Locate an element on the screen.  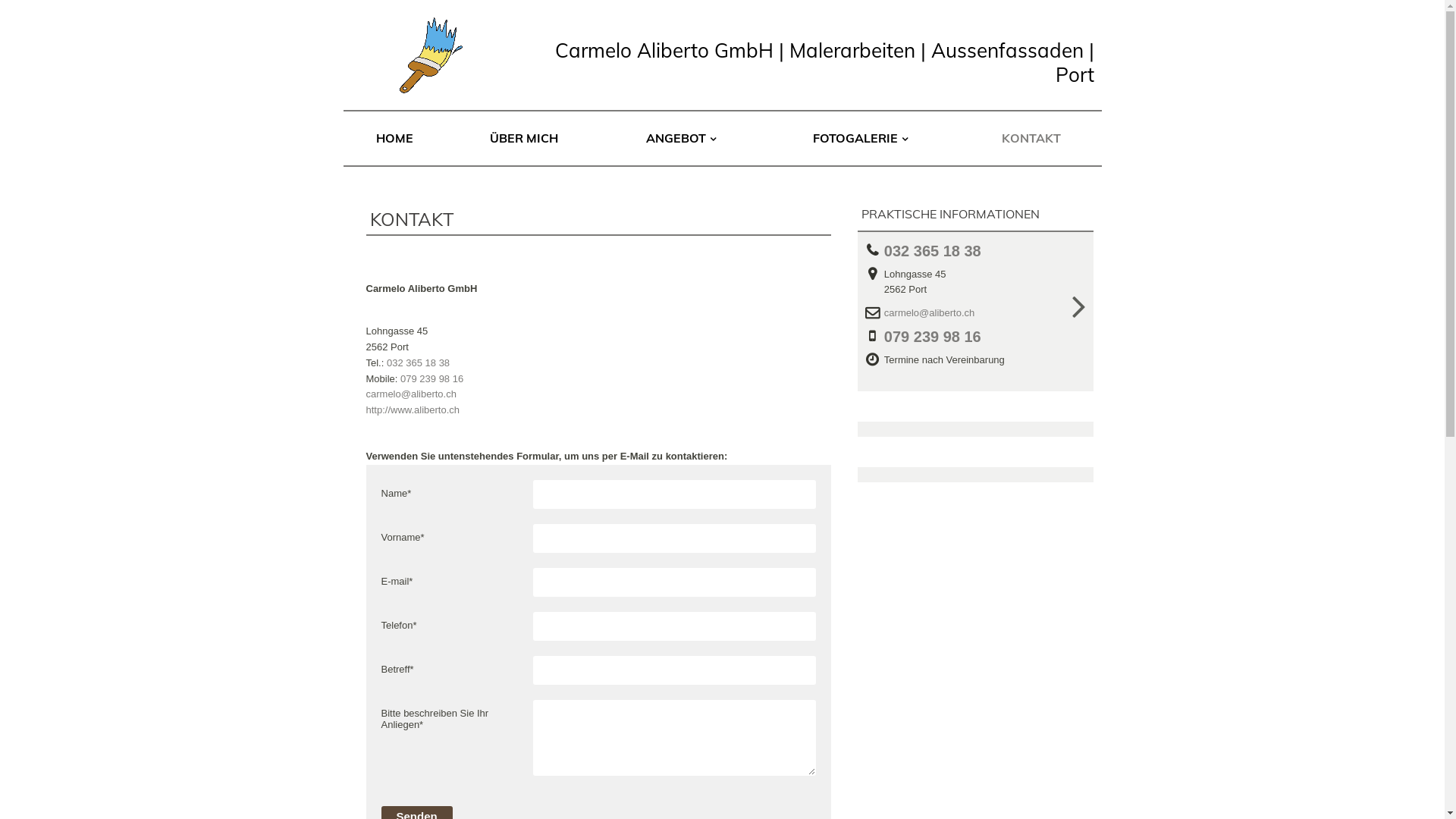
'KONTAKT' is located at coordinates (960, 138).